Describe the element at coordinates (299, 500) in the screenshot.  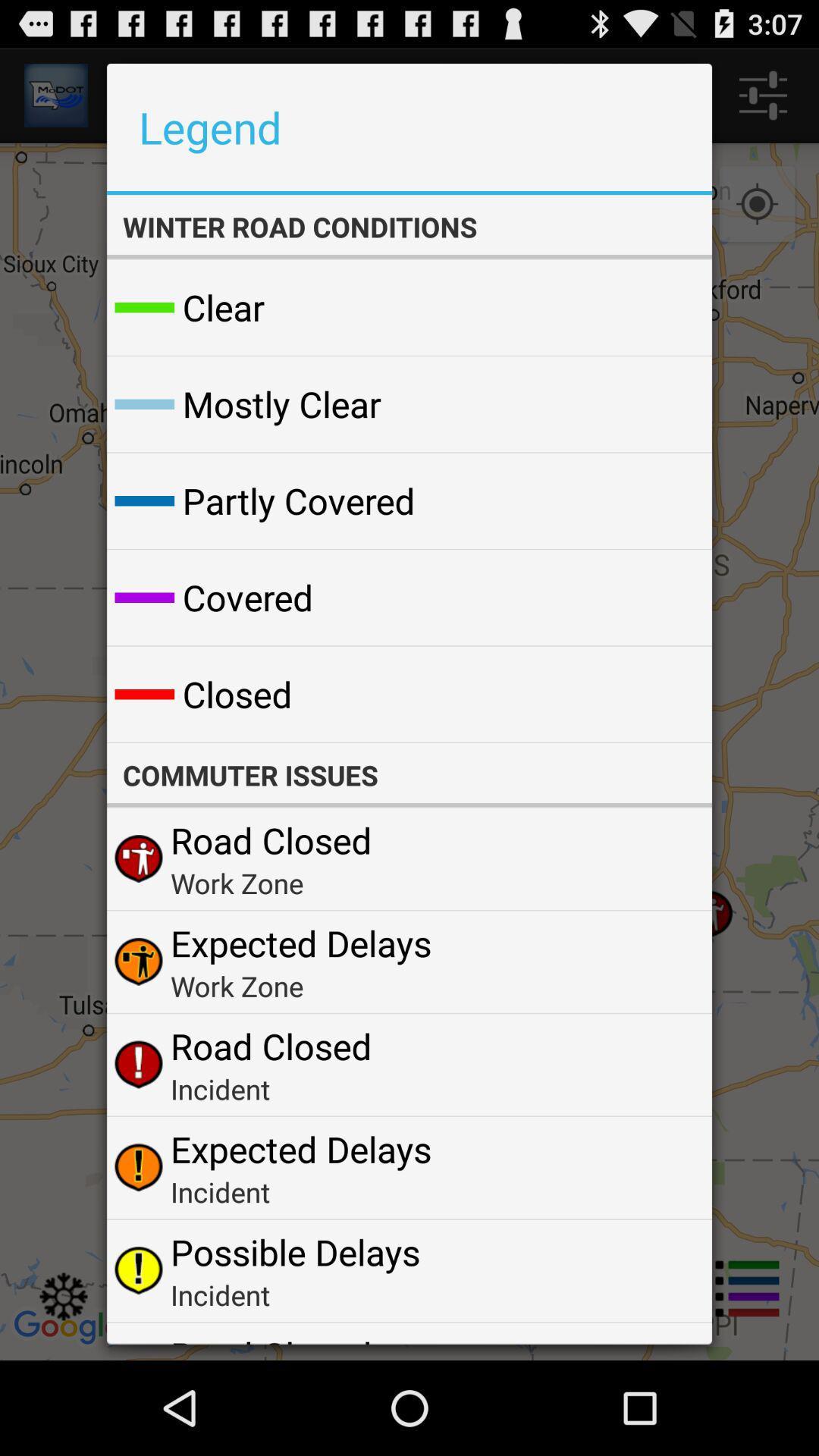
I see `app above the covered icon` at that location.